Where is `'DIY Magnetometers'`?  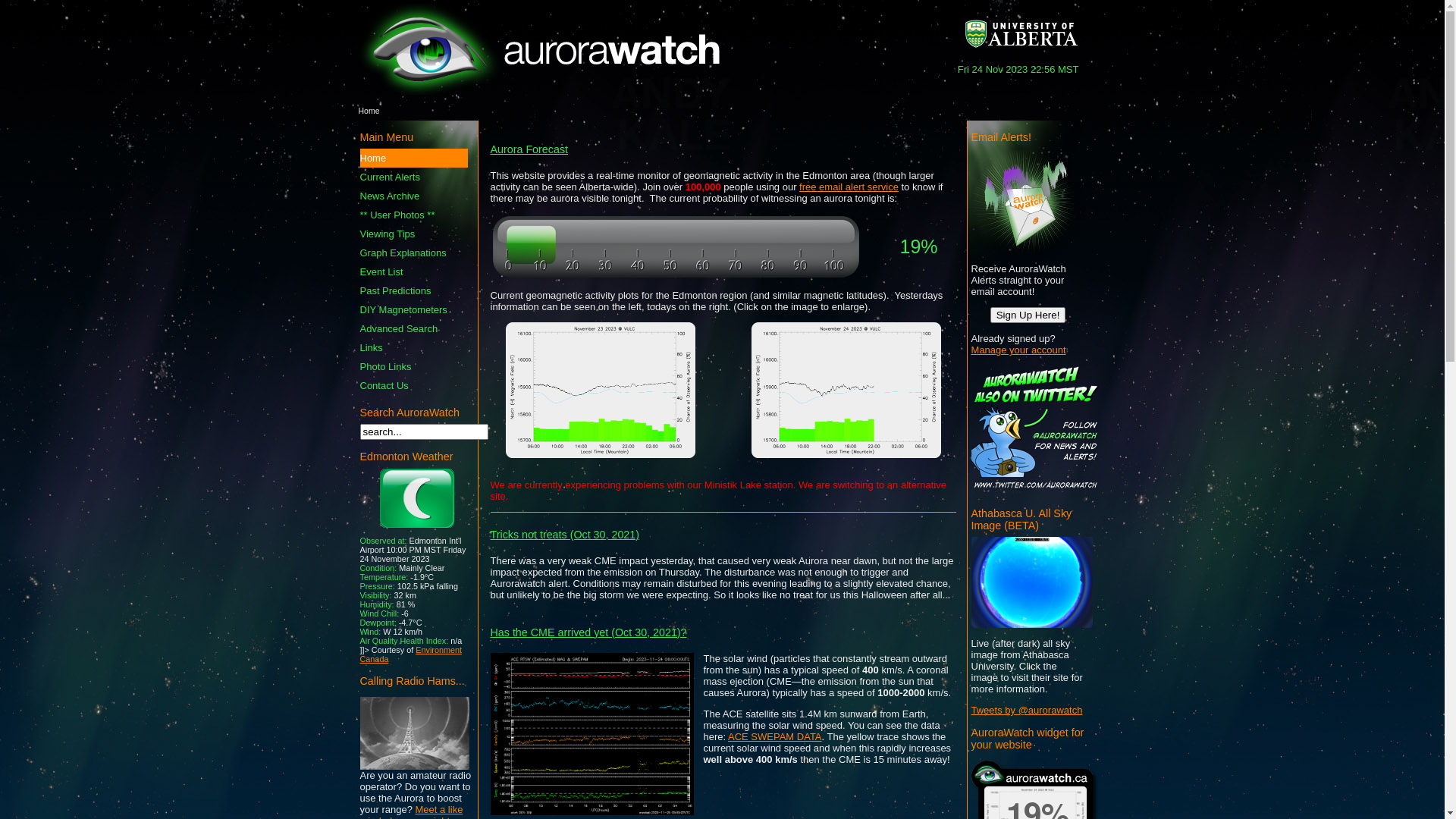
'DIY Magnetometers' is located at coordinates (413, 309).